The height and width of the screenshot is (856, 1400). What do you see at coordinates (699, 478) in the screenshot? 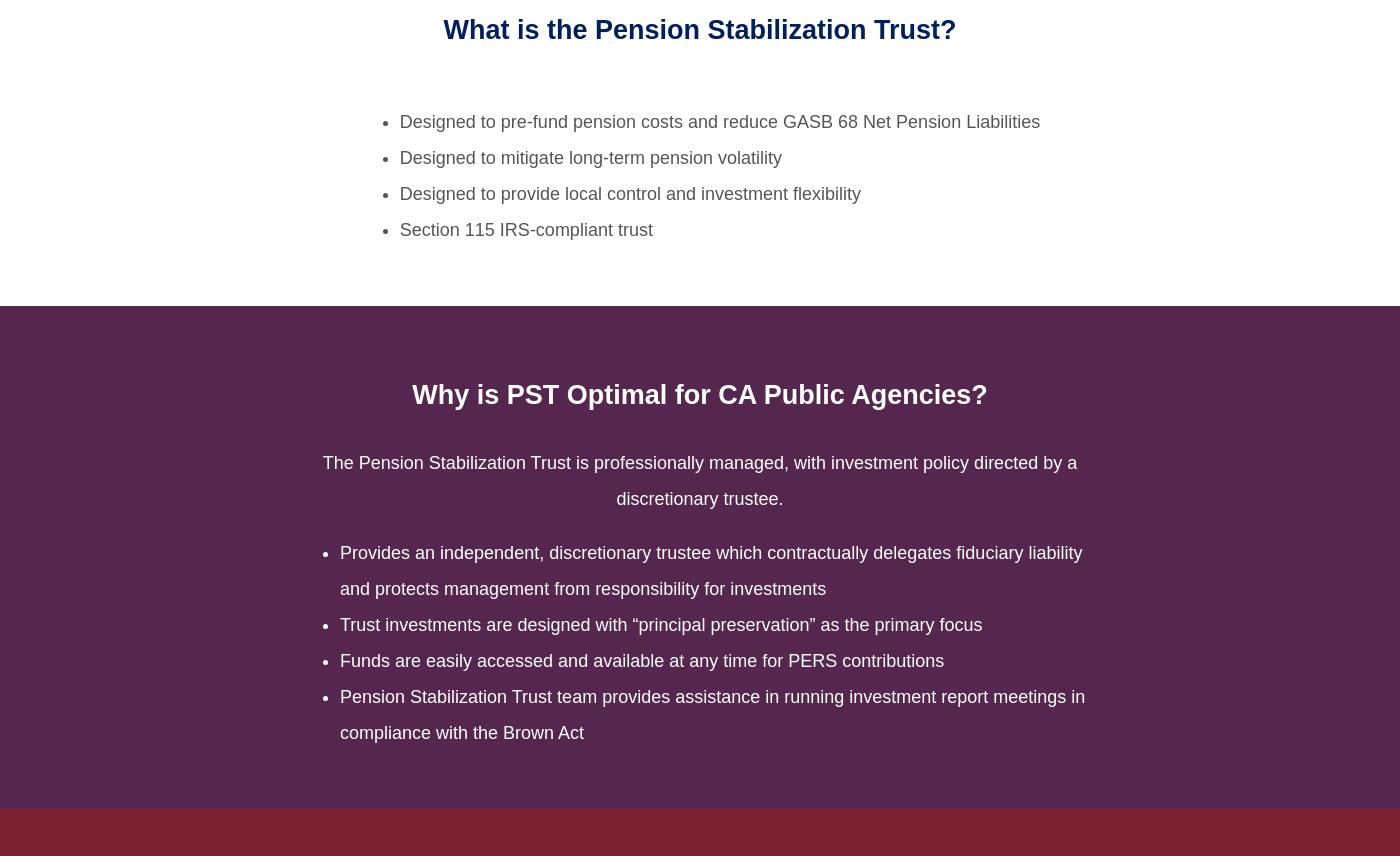
I see `'The Pension Stabilization Trust is professionally managed, with investment policy directed by a discretionary trustee.'` at bounding box center [699, 478].